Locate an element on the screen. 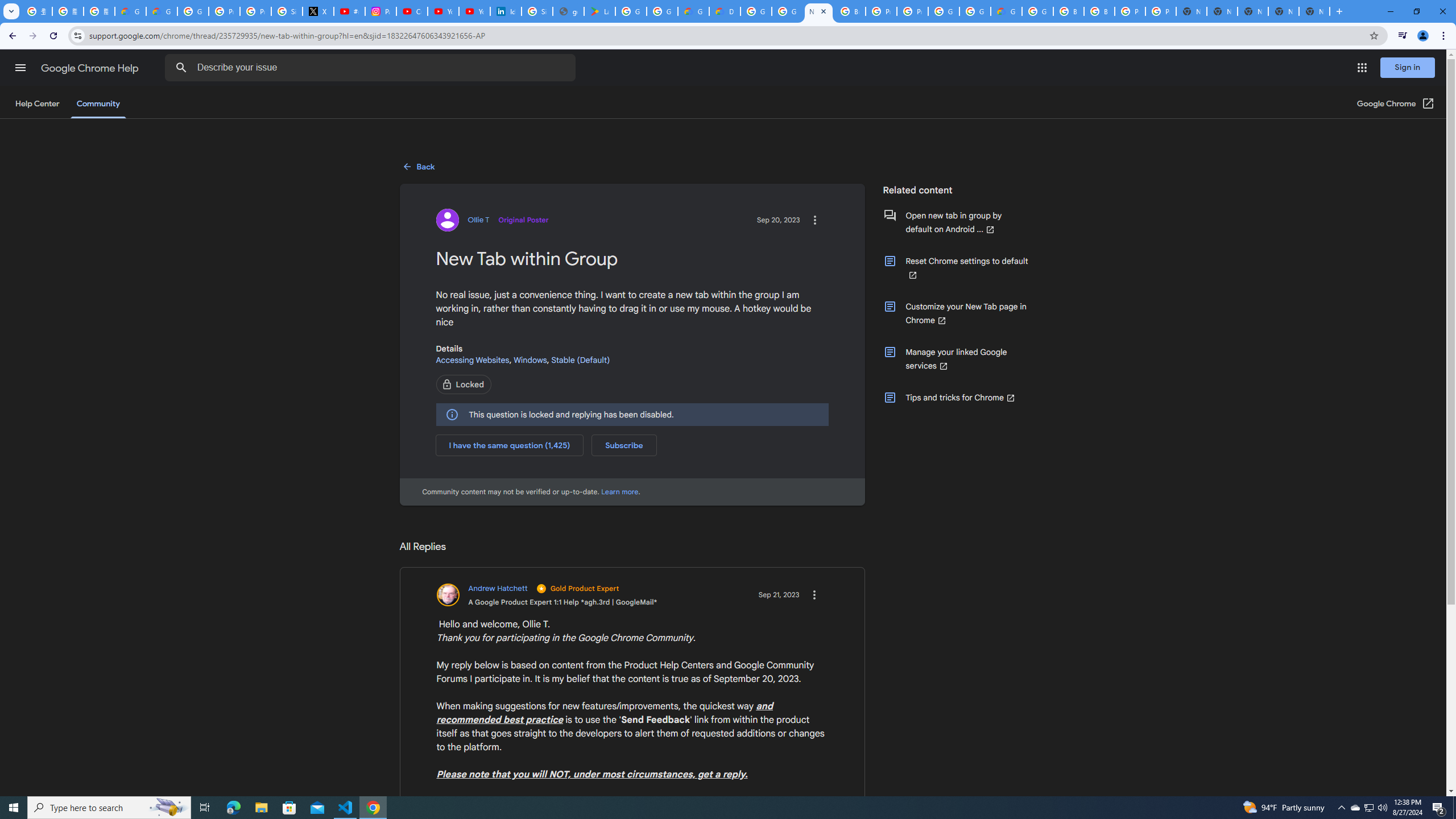 Image resolution: width=1456 pixels, height=819 pixels. 'Google Cloud Privacy Notice' is located at coordinates (130, 11).